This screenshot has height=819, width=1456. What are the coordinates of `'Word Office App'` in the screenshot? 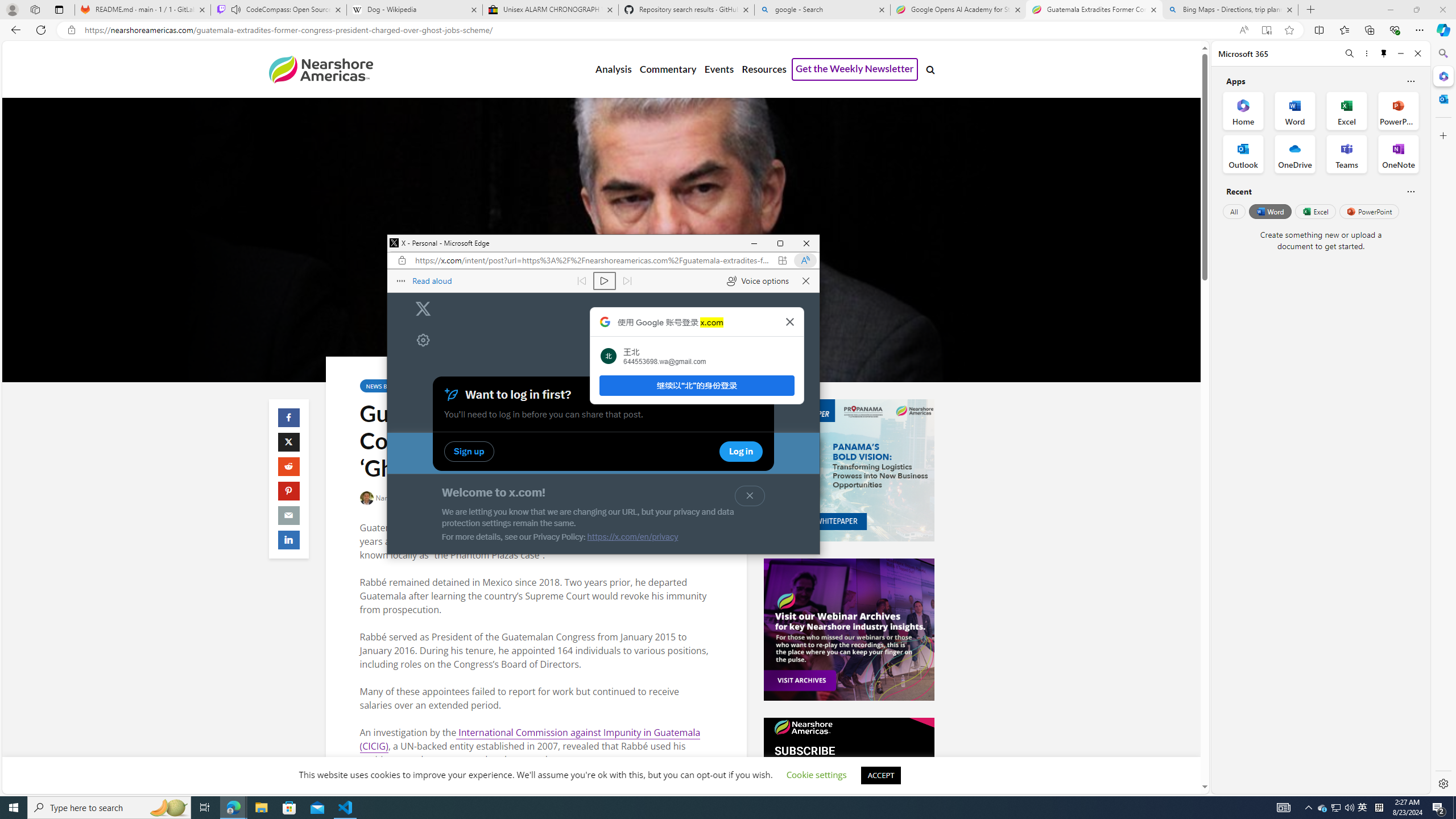 It's located at (1294, 111).